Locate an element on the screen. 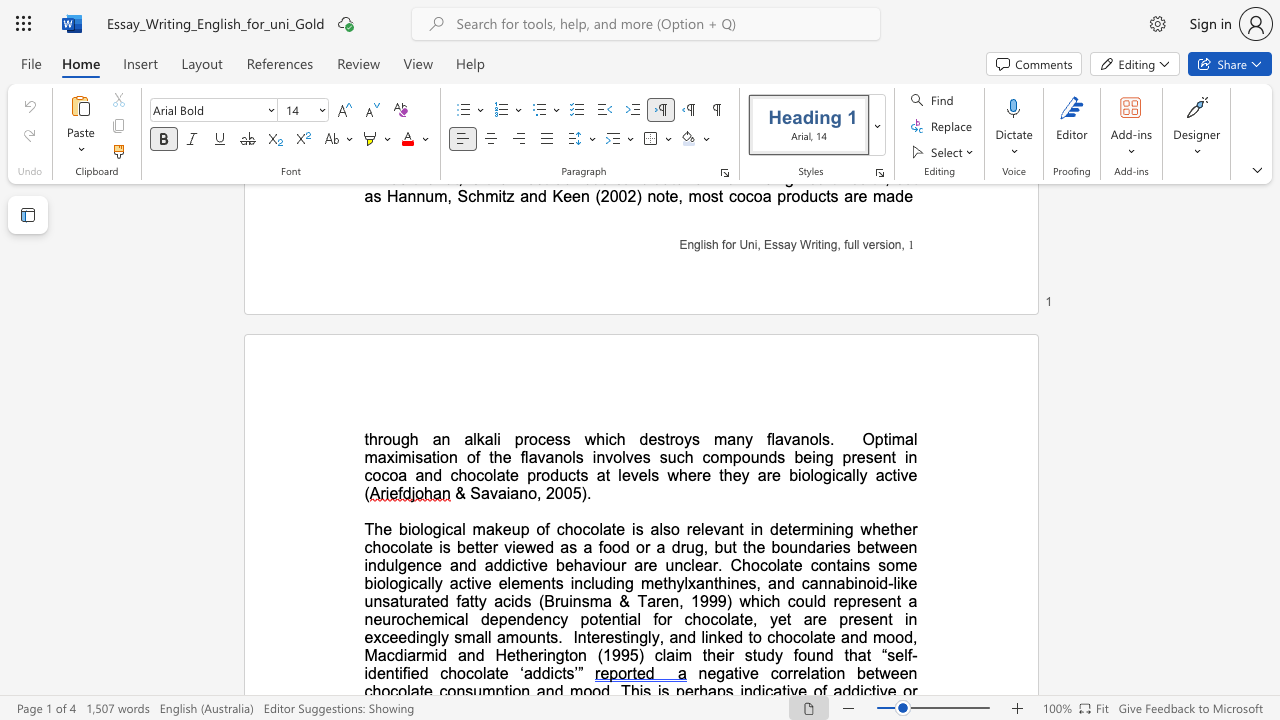 The image size is (1280, 720). the subset text "ough an alkali process which destroy" within the text "through an alkali process which destroys many flavanols" is located at coordinates (383, 438).